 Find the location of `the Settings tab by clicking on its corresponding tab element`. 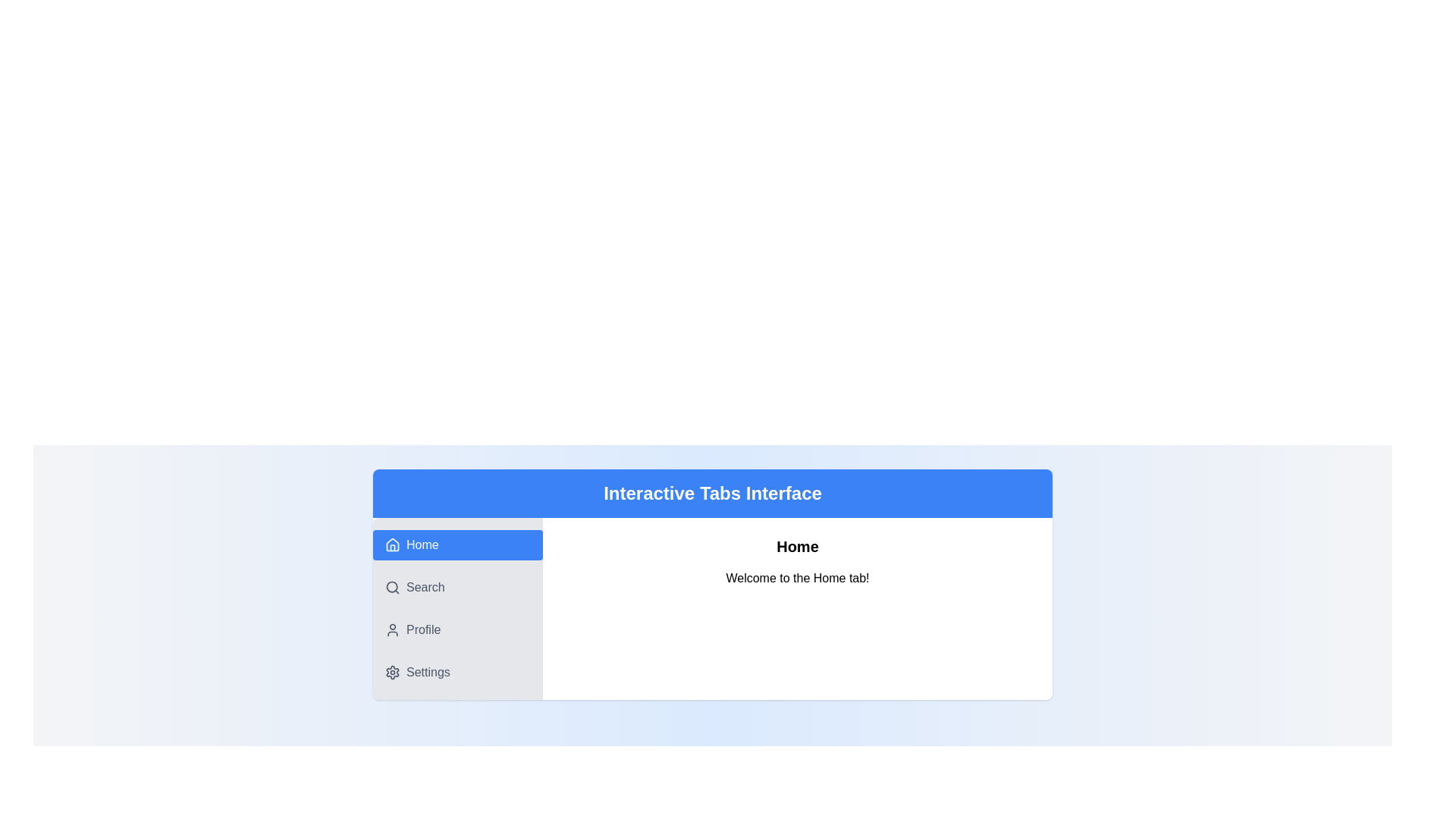

the Settings tab by clicking on its corresponding tab element is located at coordinates (457, 672).